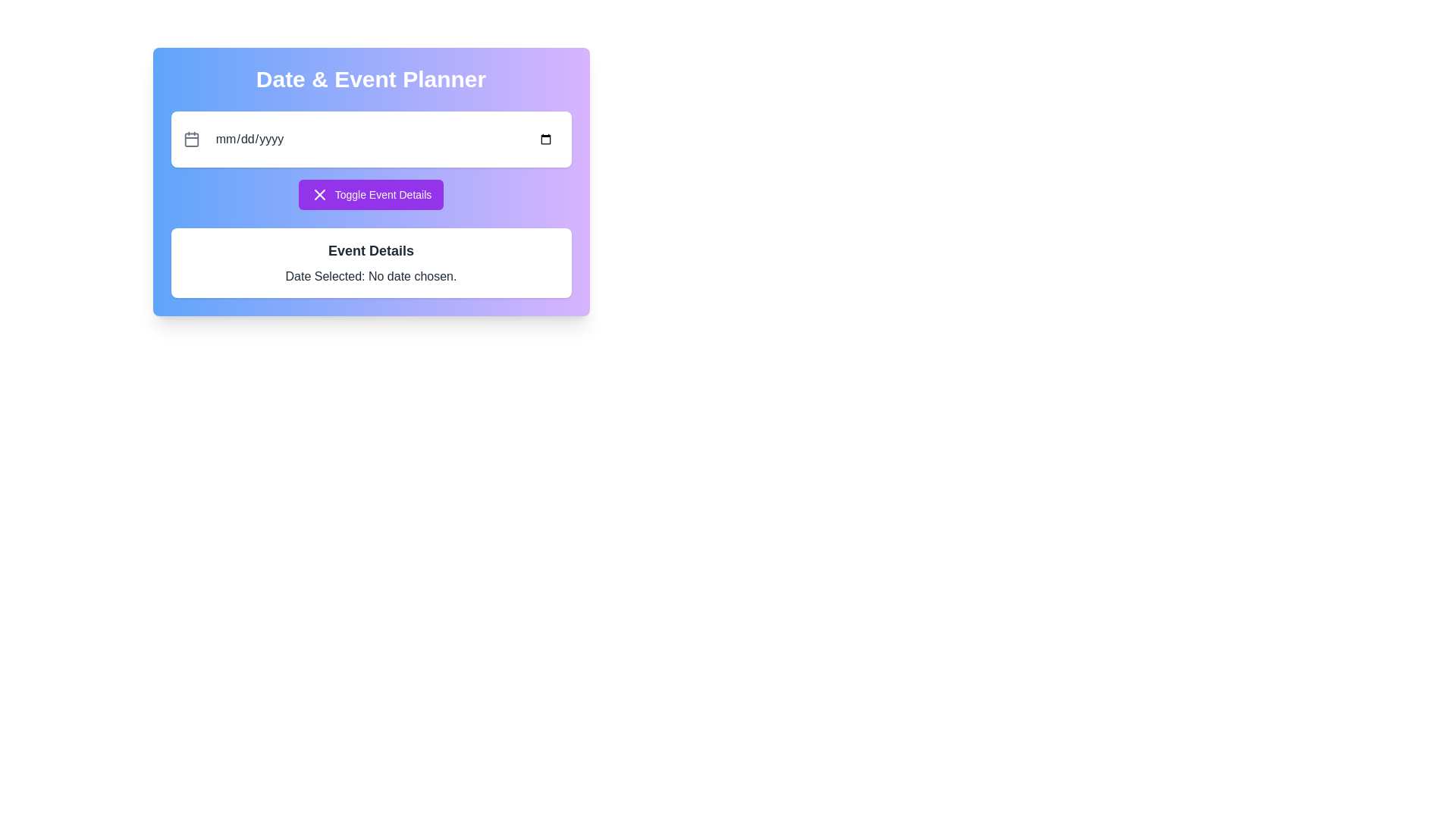 This screenshot has width=1456, height=819. What do you see at coordinates (371, 79) in the screenshot?
I see `the prominent heading 'Date & Event Planner' displayed in a large, bold white font at the top of the gradient background` at bounding box center [371, 79].